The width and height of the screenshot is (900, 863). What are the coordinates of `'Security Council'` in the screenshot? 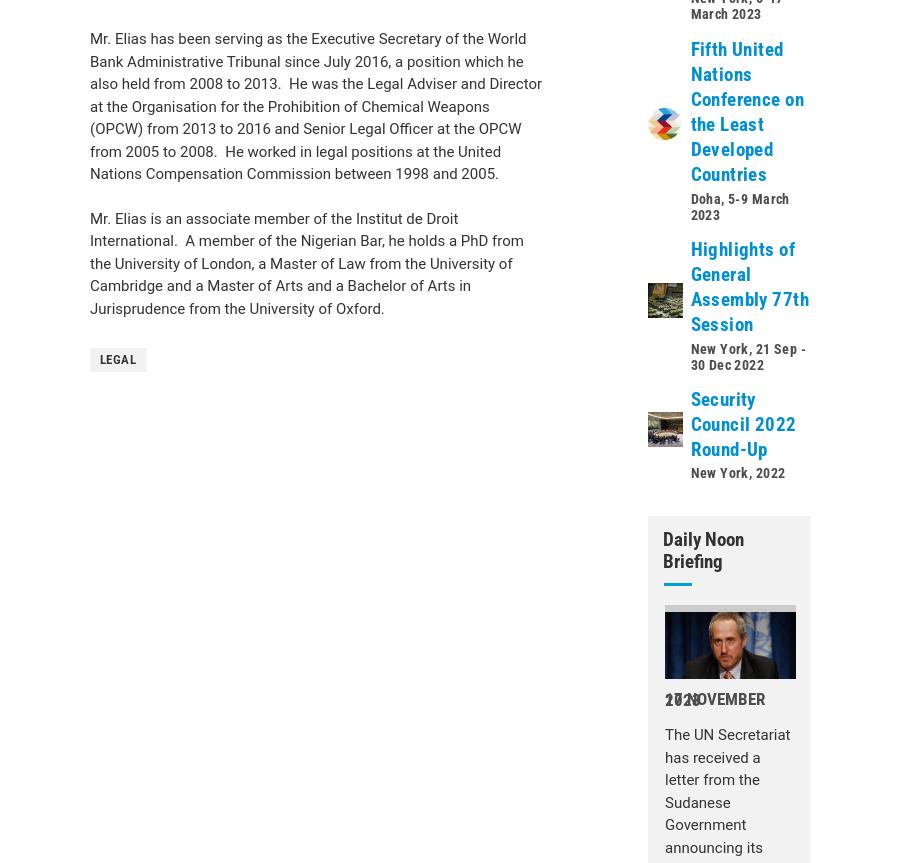 It's located at (162, 273).